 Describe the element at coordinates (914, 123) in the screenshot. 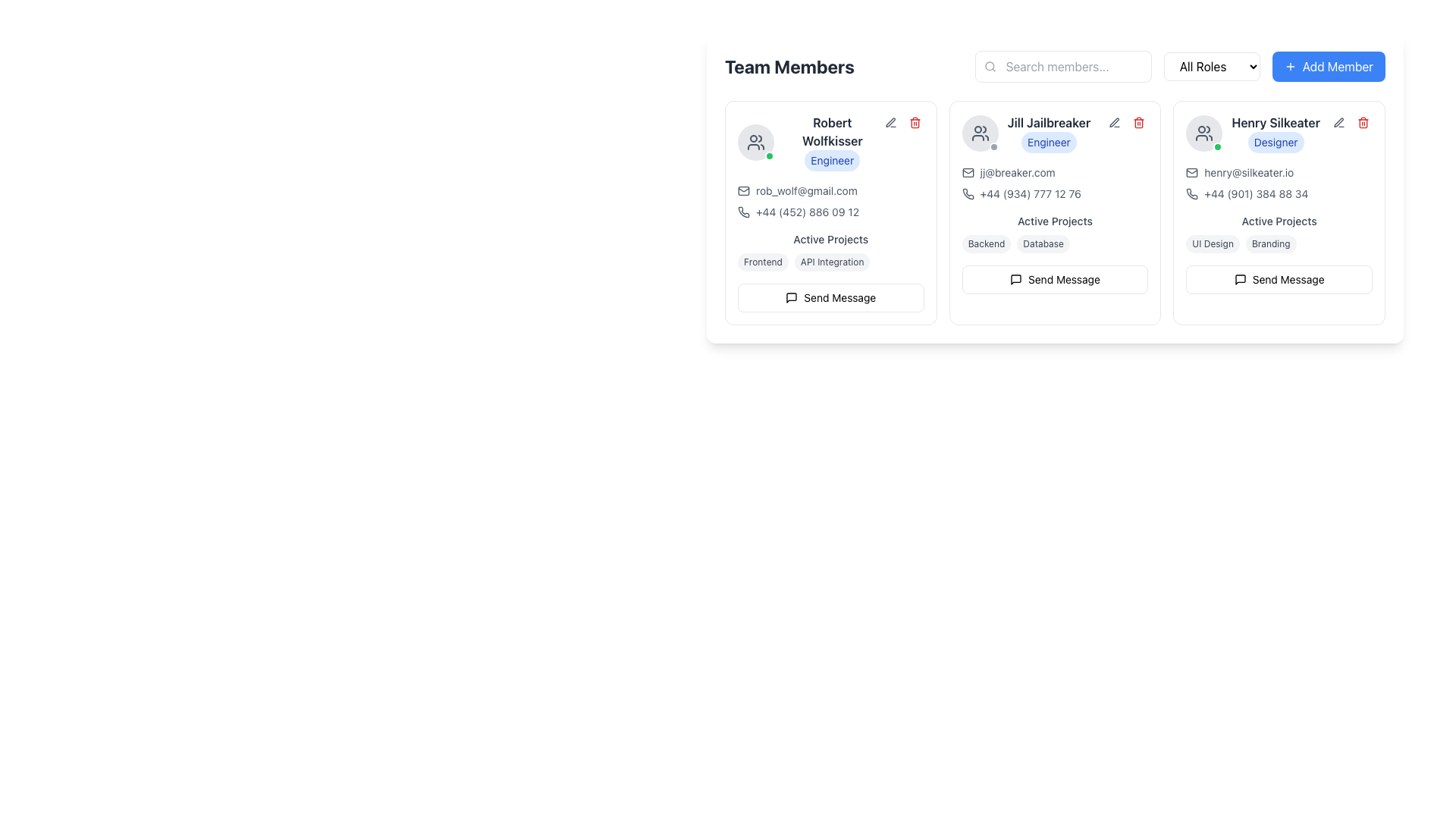

I see `the trash can icon located in the upper-right corner of Robert Wolfkisser's user card` at that location.